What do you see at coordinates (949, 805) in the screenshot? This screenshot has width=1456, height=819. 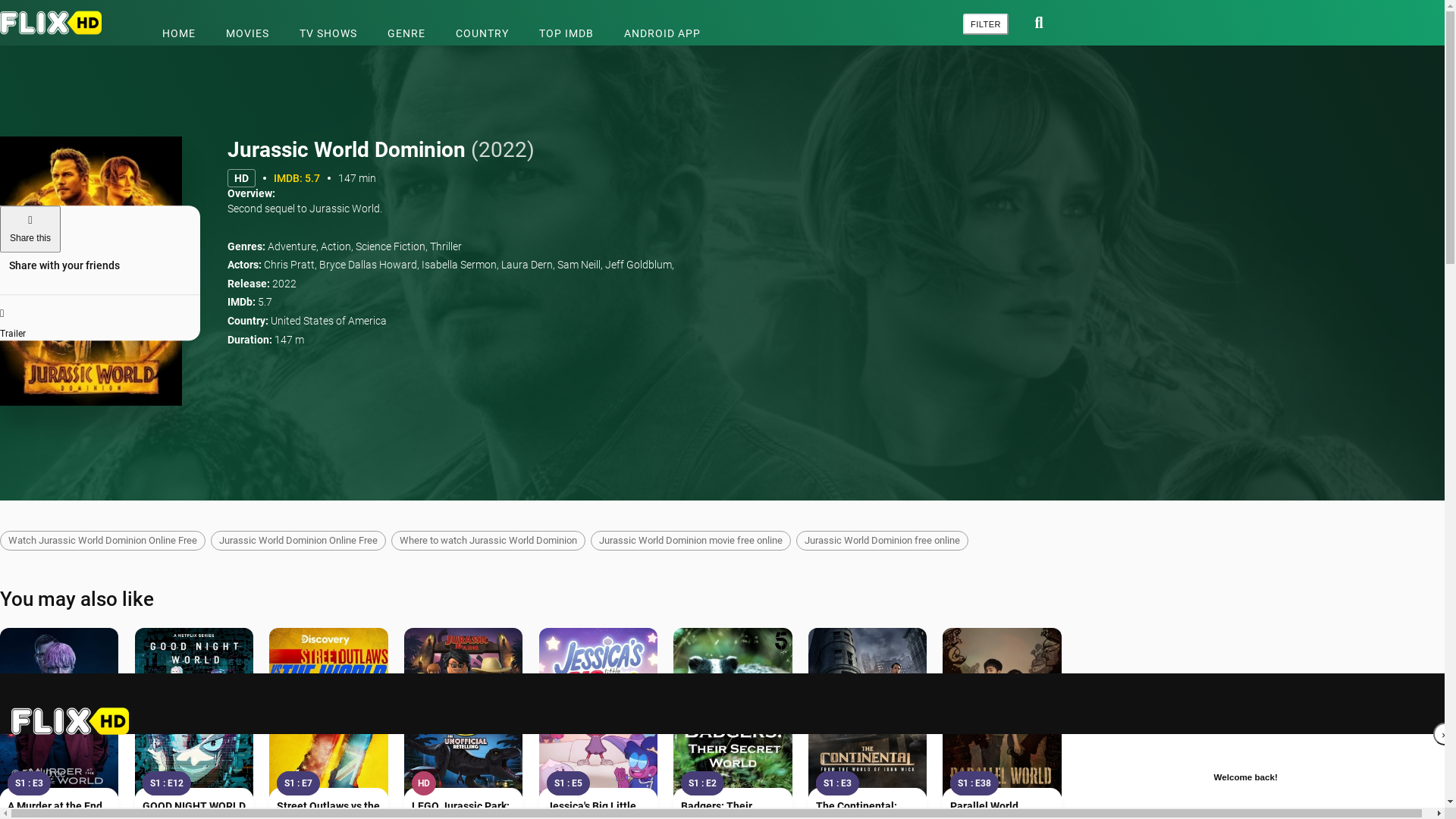 I see `'Parallel World'` at bounding box center [949, 805].